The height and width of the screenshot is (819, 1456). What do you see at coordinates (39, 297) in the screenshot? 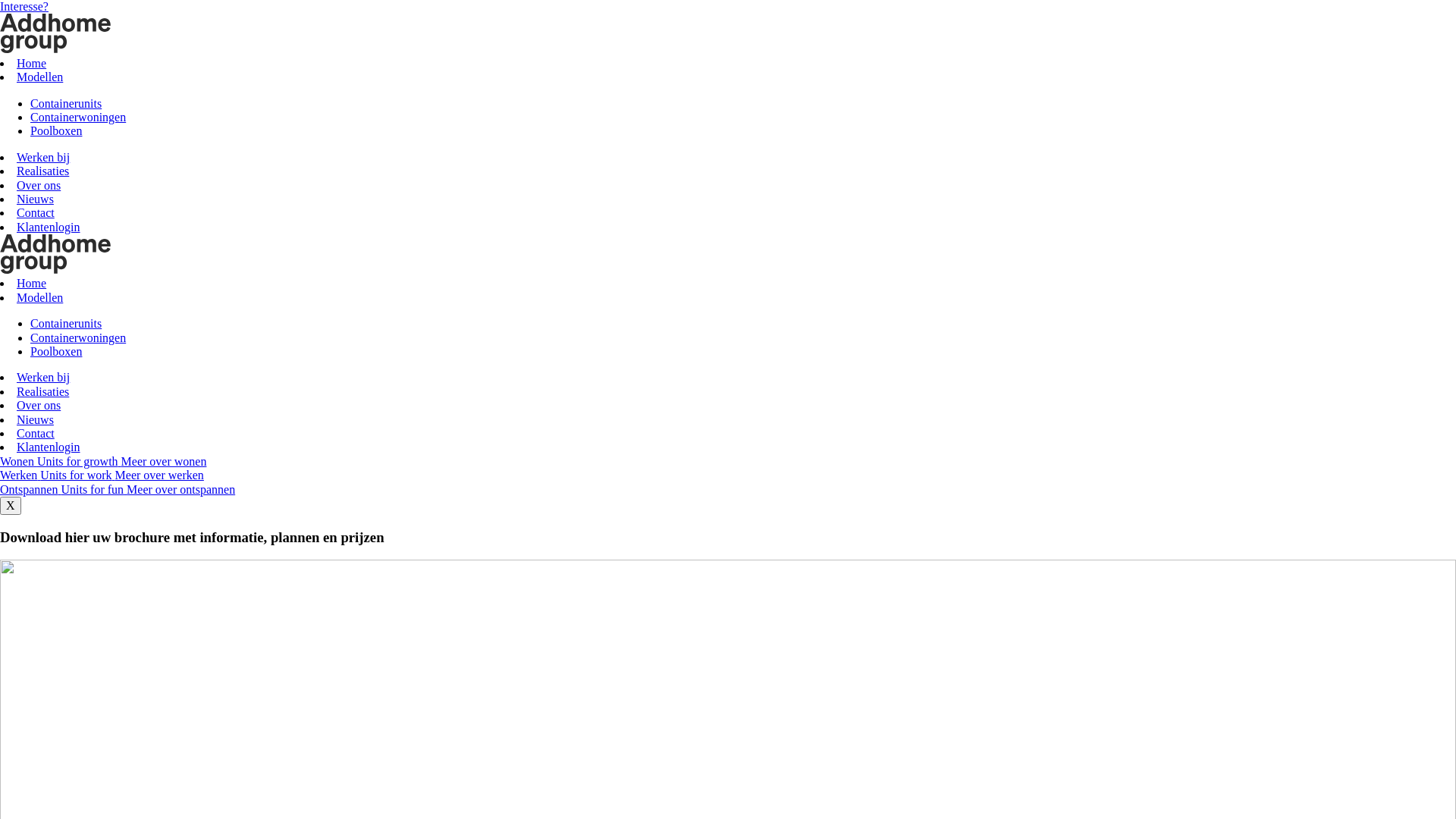
I see `'Modellen'` at bounding box center [39, 297].